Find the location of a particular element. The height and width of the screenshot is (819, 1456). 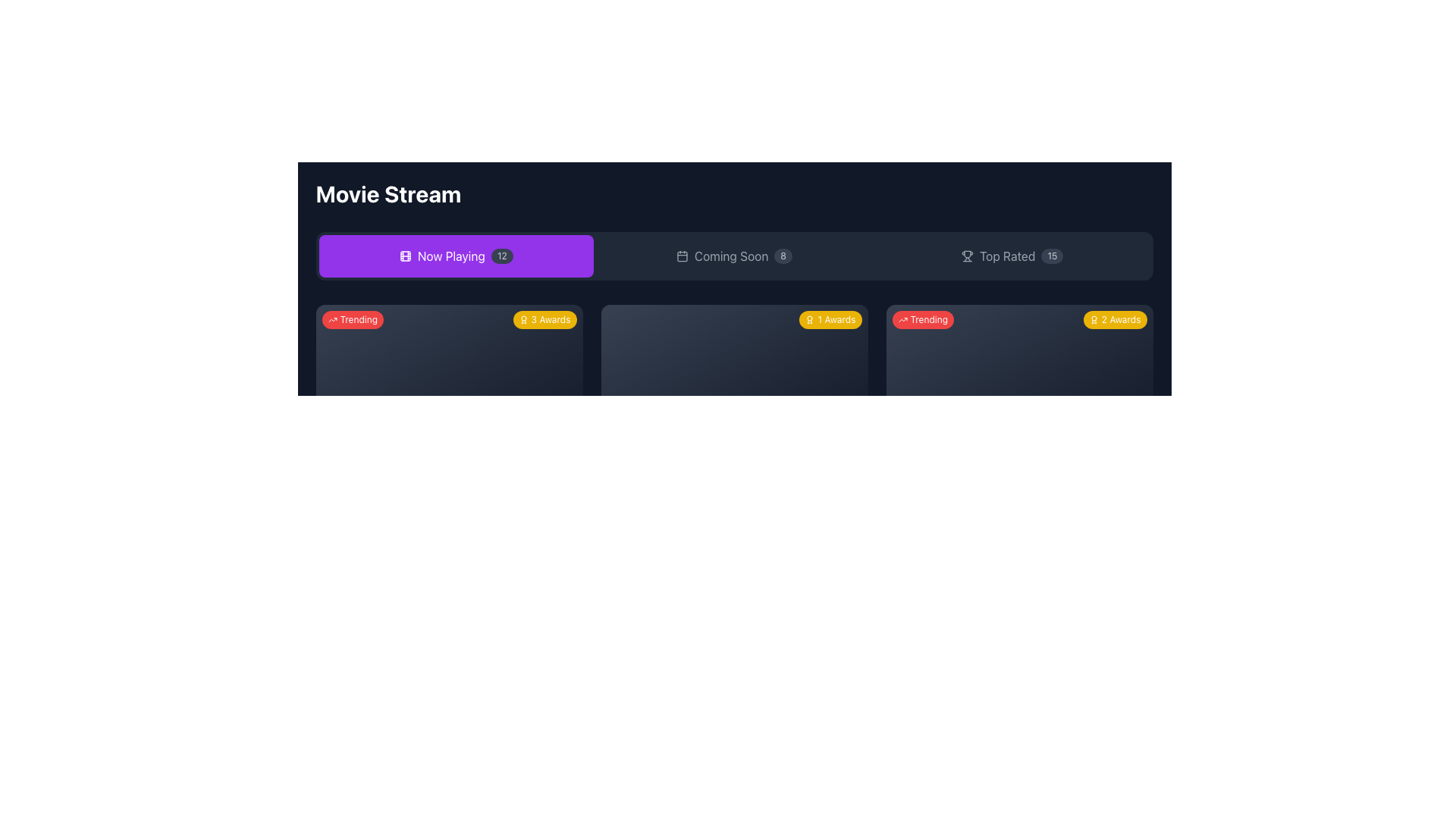

the 'Coming Soon' button that has a calendar icon and a numerical badge '8' to interact with it is located at coordinates (734, 256).